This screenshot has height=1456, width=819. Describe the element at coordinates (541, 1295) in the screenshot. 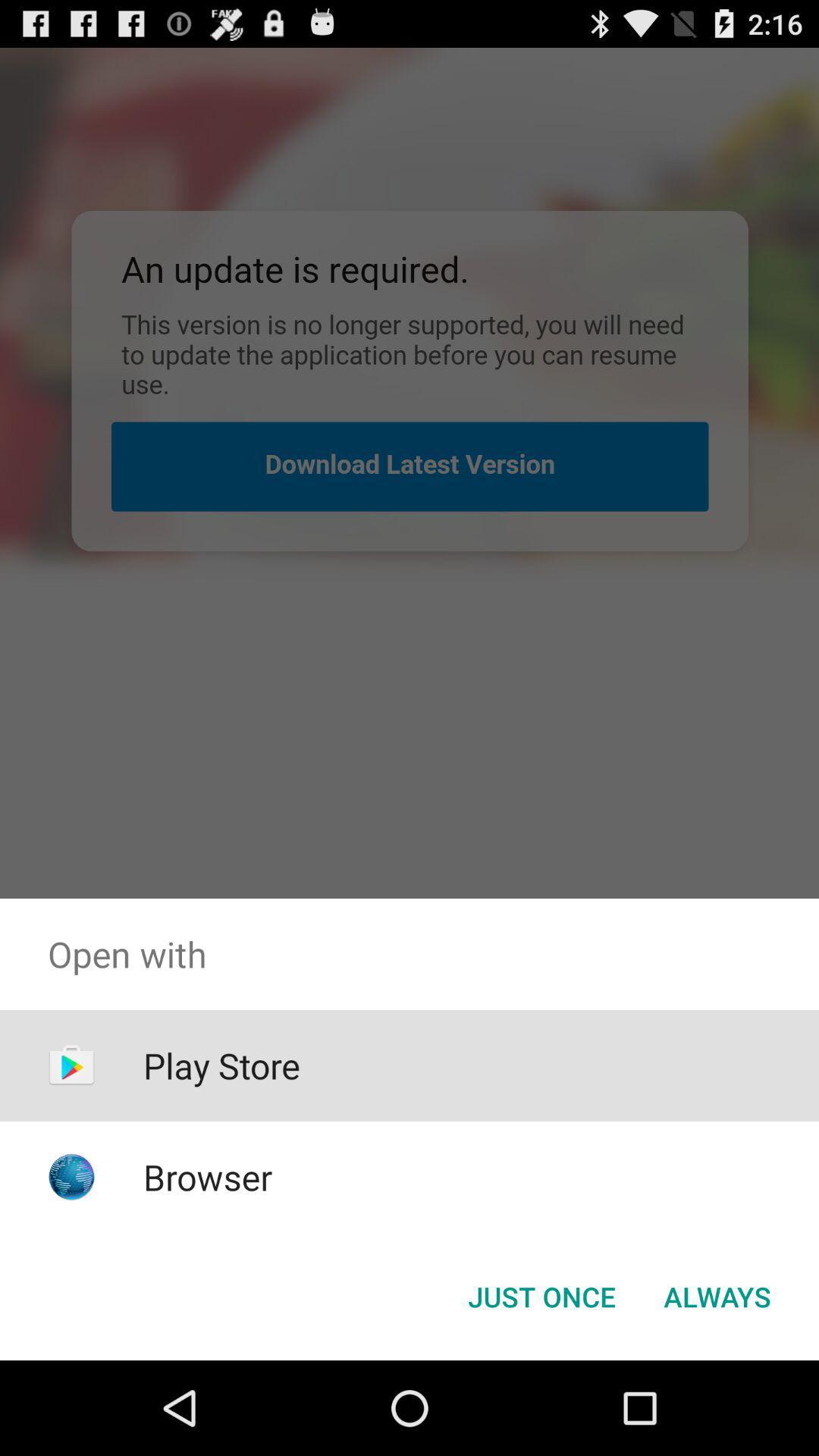

I see `just once icon` at that location.